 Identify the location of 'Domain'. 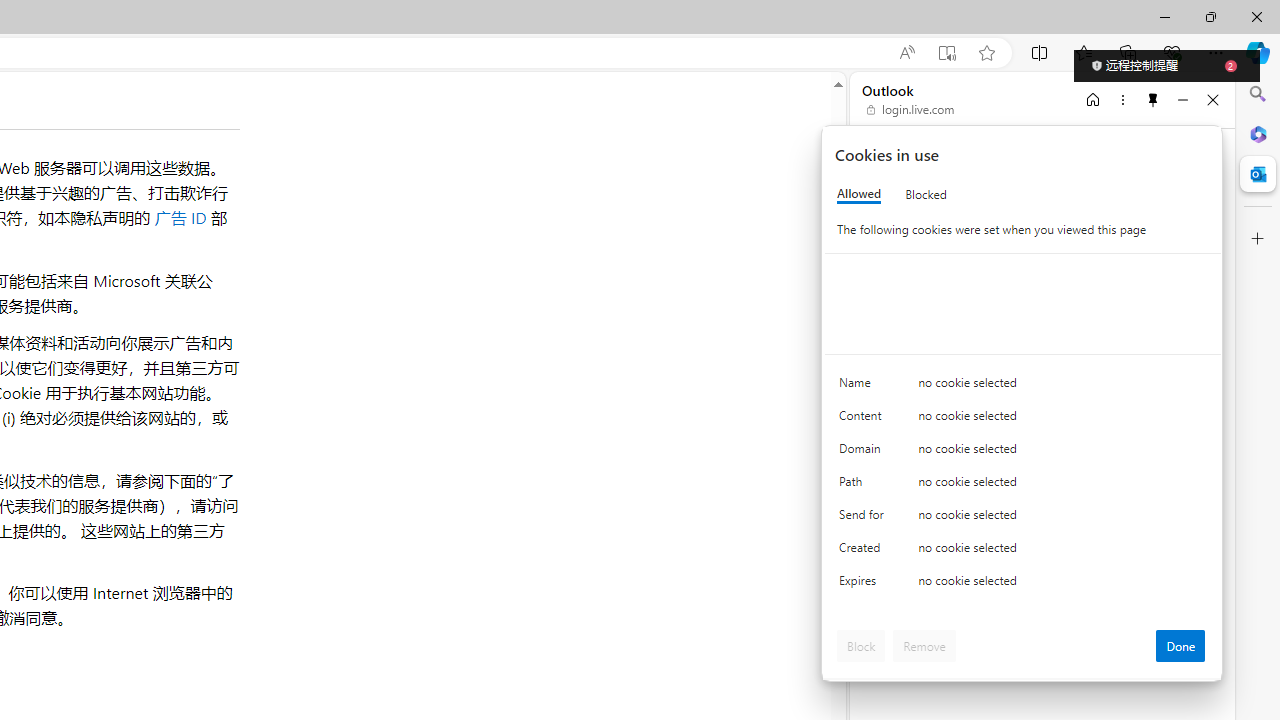
(865, 453).